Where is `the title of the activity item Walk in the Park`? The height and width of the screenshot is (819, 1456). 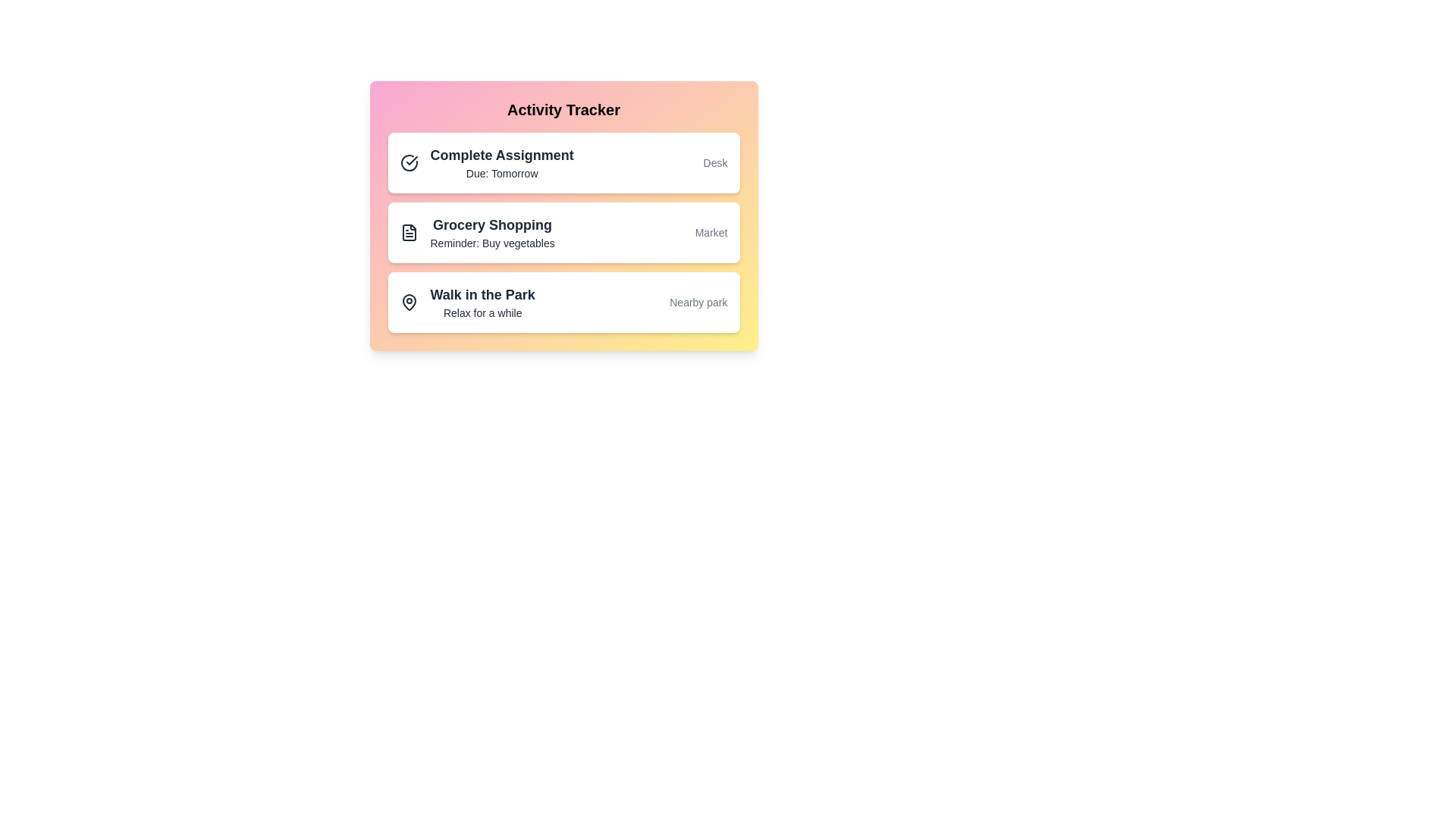
the title of the activity item Walk in the Park is located at coordinates (482, 295).